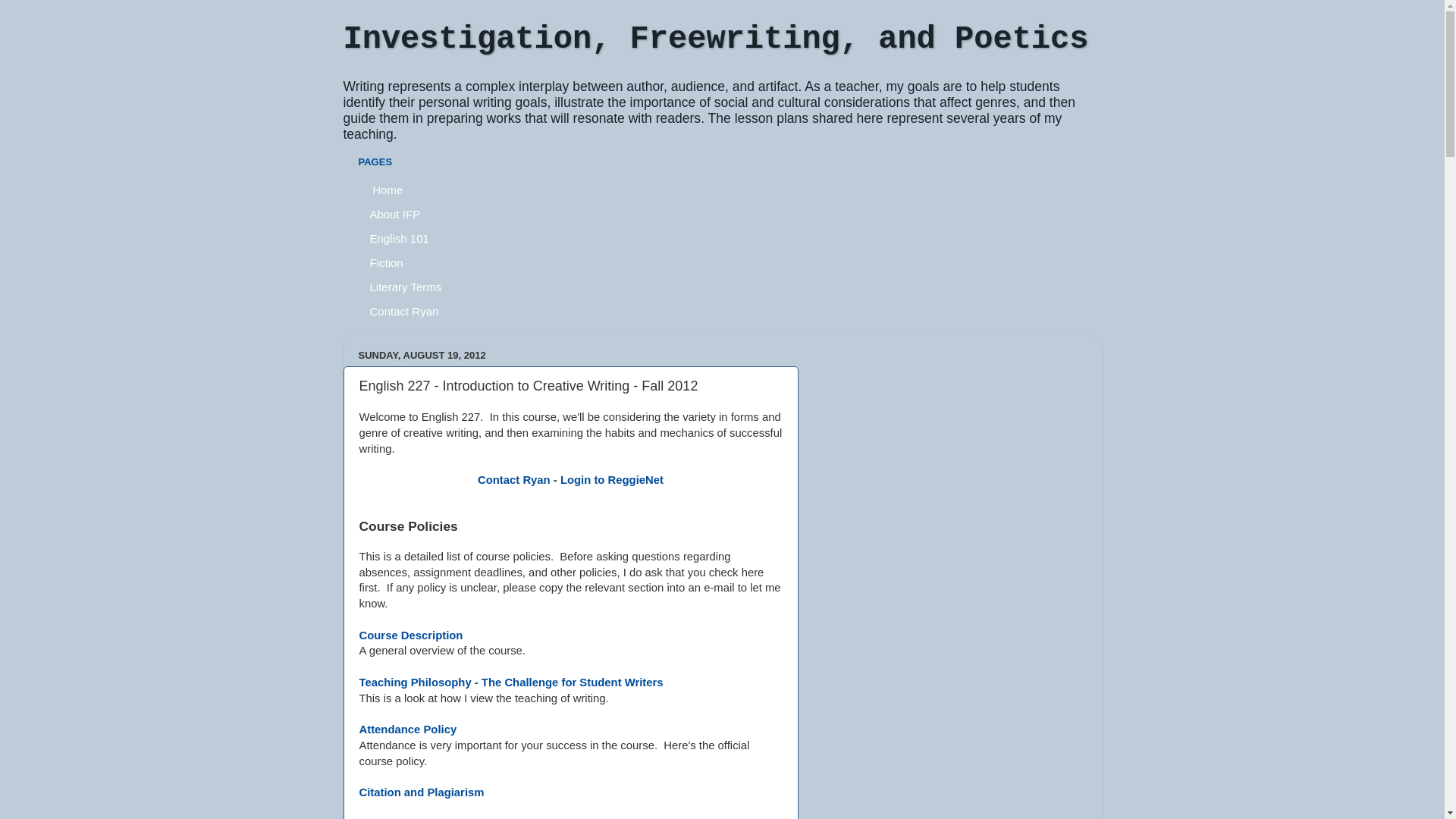 Image resolution: width=1456 pixels, height=819 pixels. Describe the element at coordinates (411, 635) in the screenshot. I see `'Course Description'` at that location.